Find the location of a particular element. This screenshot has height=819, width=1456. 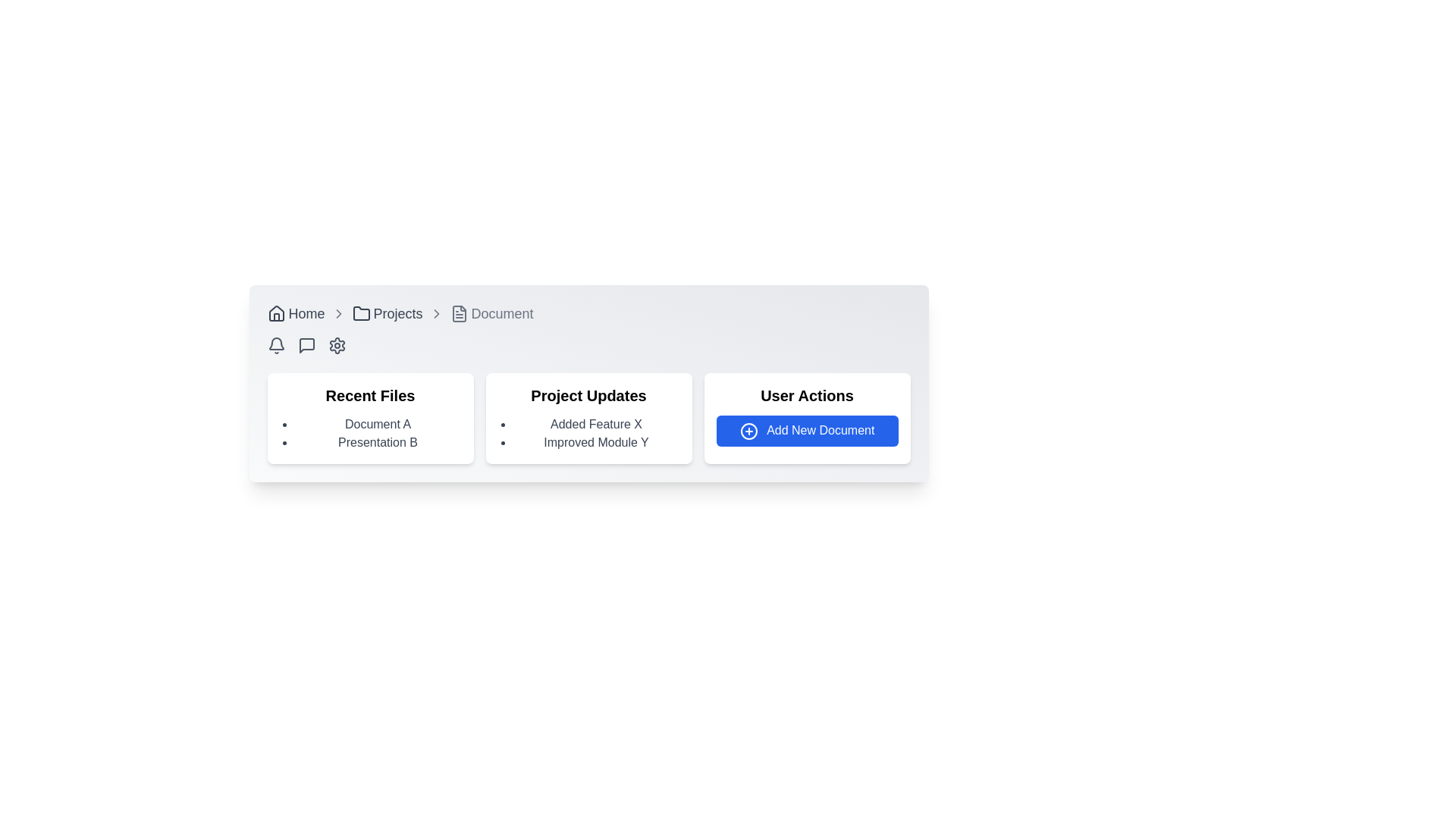

the right-facing chevron arrow icon, which is the third icon in the breadcrumb navigation bar between the 'Projects' and 'Document' links is located at coordinates (337, 312).